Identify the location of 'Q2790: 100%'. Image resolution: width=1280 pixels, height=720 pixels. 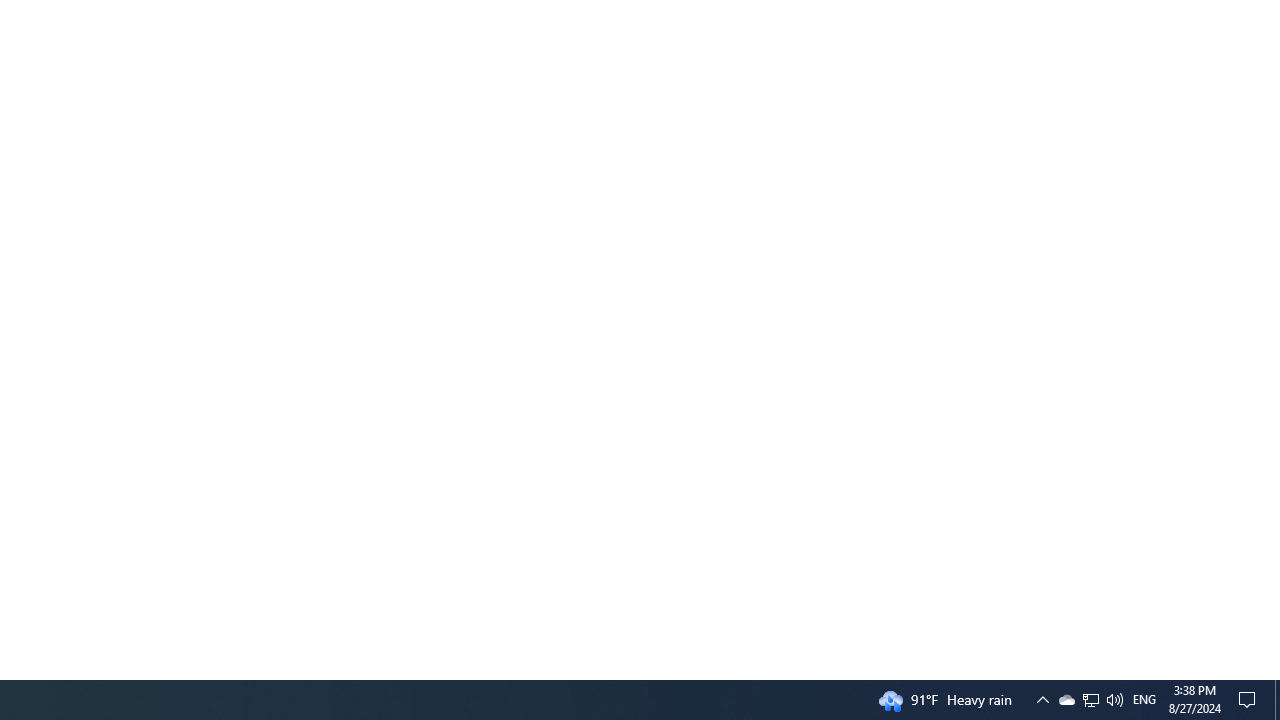
(1113, 698).